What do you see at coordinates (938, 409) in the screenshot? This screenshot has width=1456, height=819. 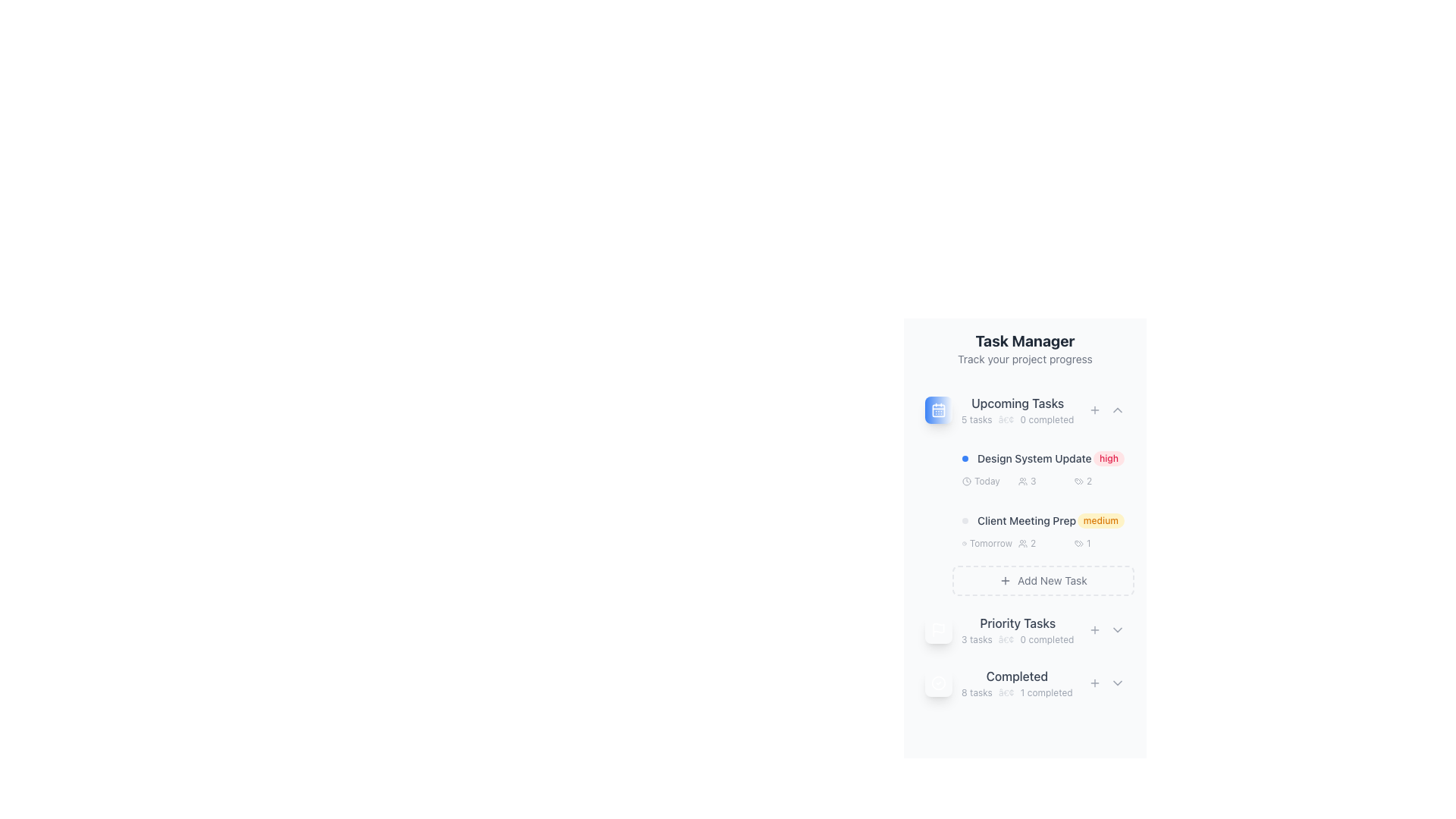 I see `the calendar icon with a blue gradient background and white outlines` at bounding box center [938, 409].